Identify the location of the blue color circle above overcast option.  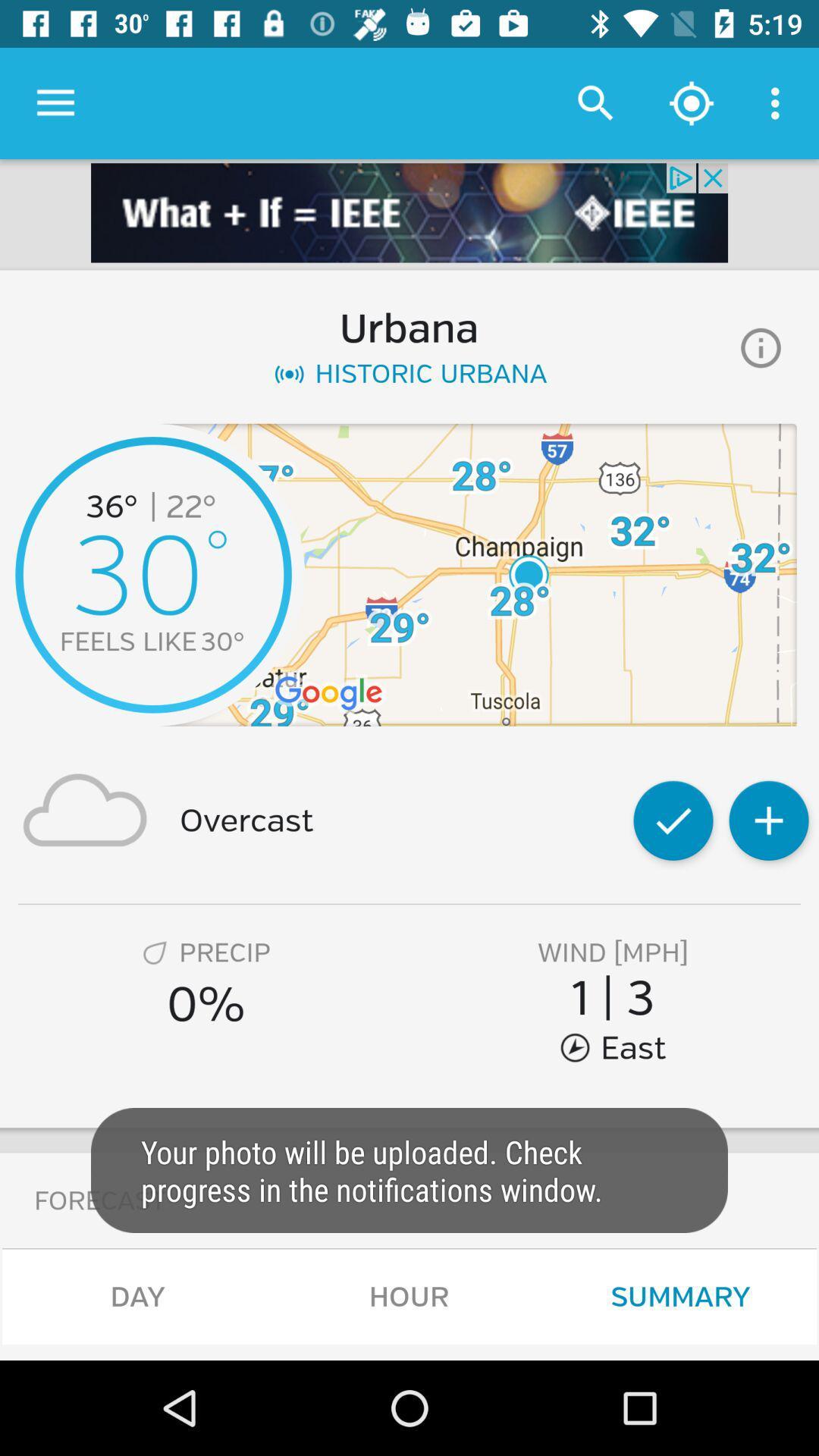
(153, 574).